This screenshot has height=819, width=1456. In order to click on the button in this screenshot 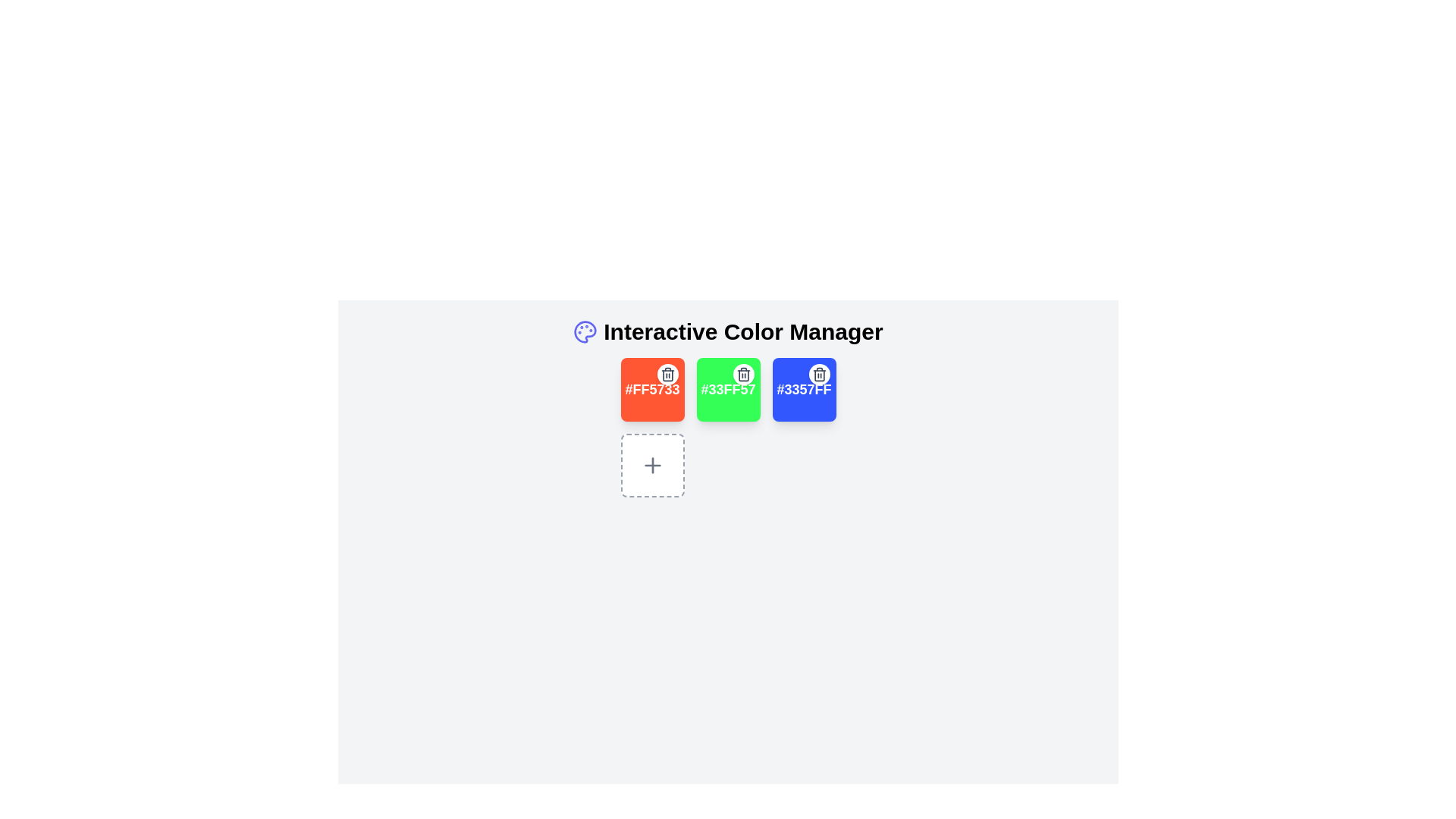, I will do `click(652, 464)`.